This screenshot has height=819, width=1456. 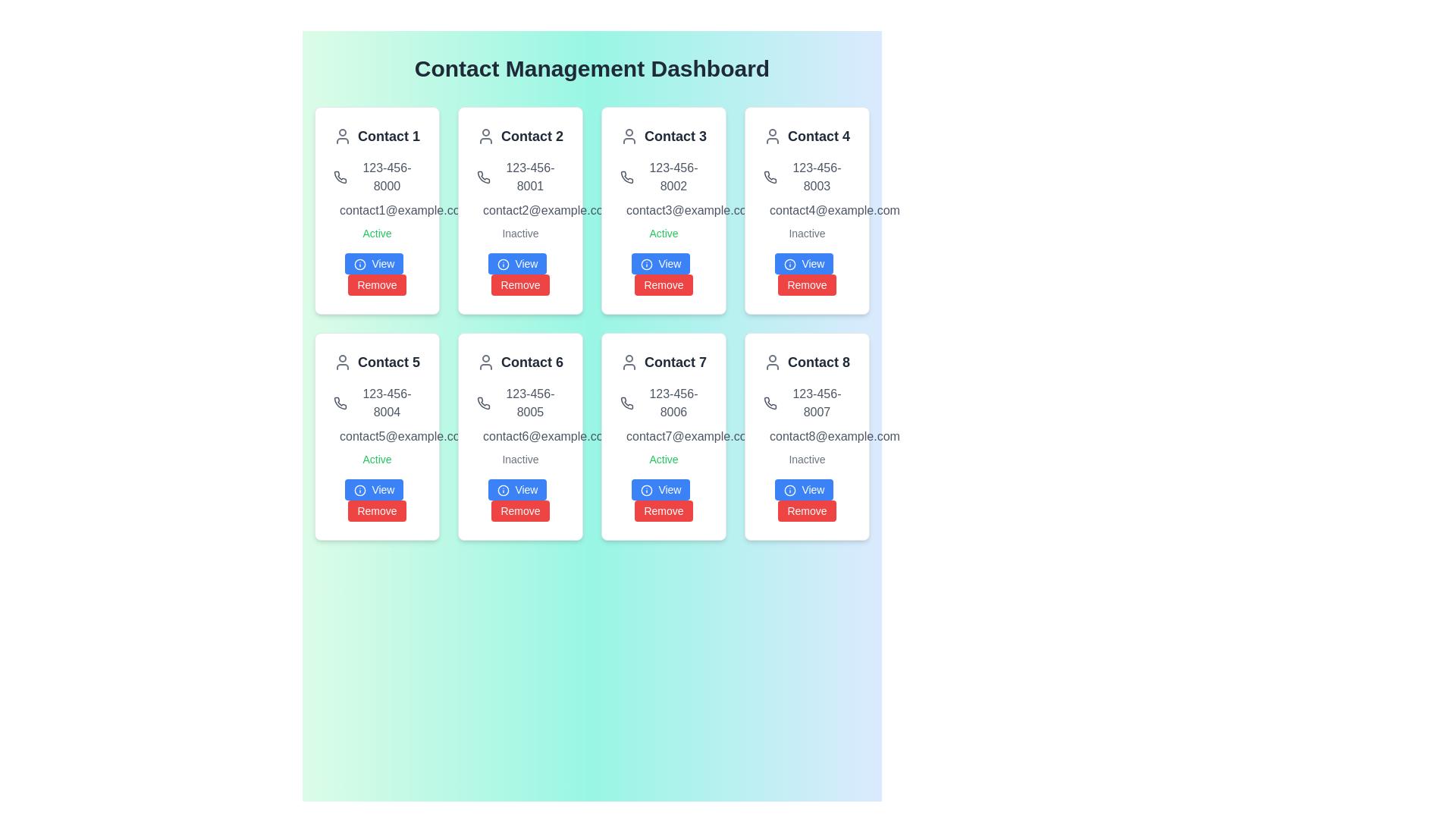 I want to click on the Text Label with Icon that displays the phone number for 'Contact 3', located right below the 'Contact 3' text and above the email address 'contact3@example.com', so click(x=664, y=177).